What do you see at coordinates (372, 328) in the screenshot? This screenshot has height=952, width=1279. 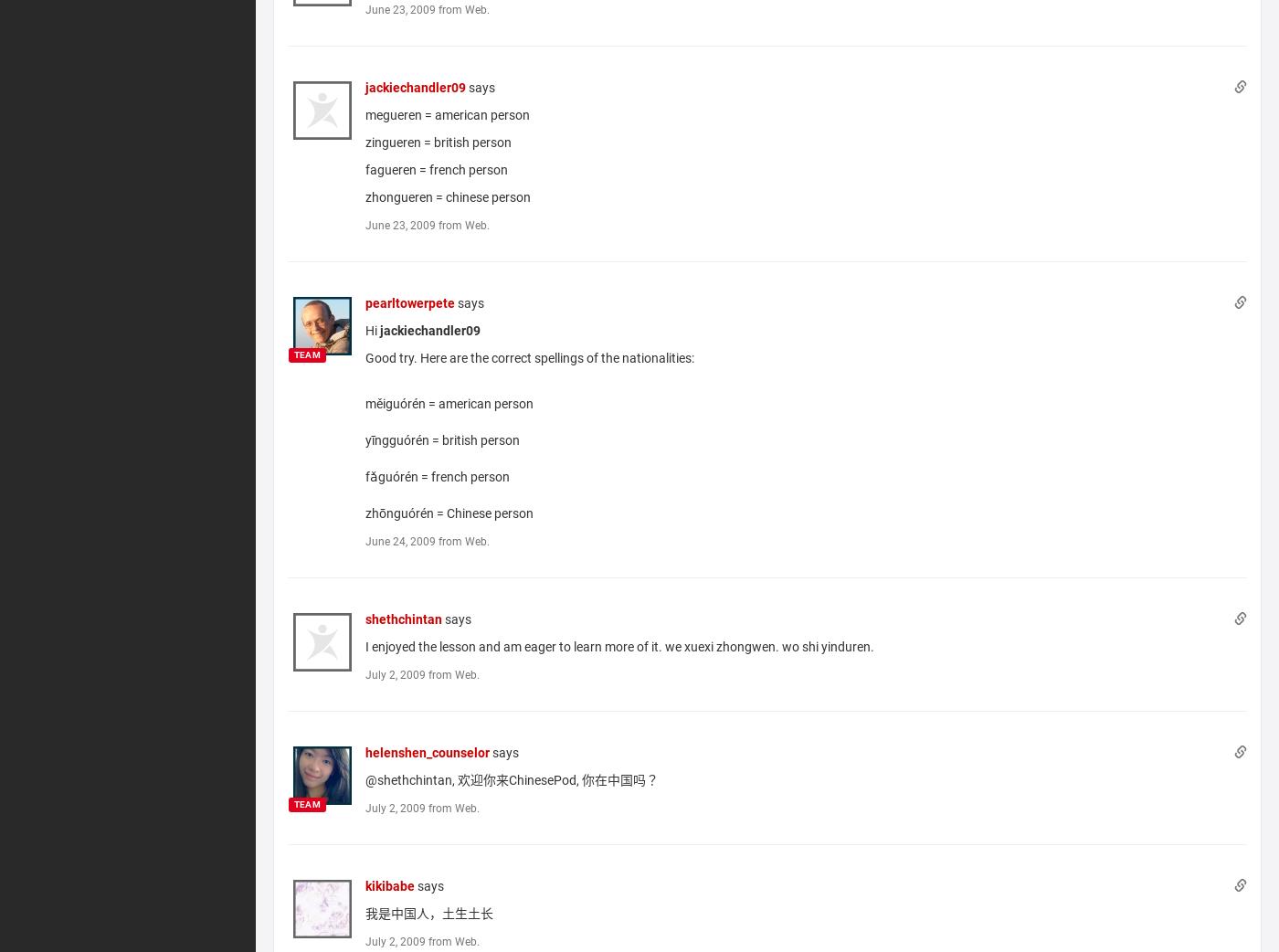 I see `'Hi'` at bounding box center [372, 328].